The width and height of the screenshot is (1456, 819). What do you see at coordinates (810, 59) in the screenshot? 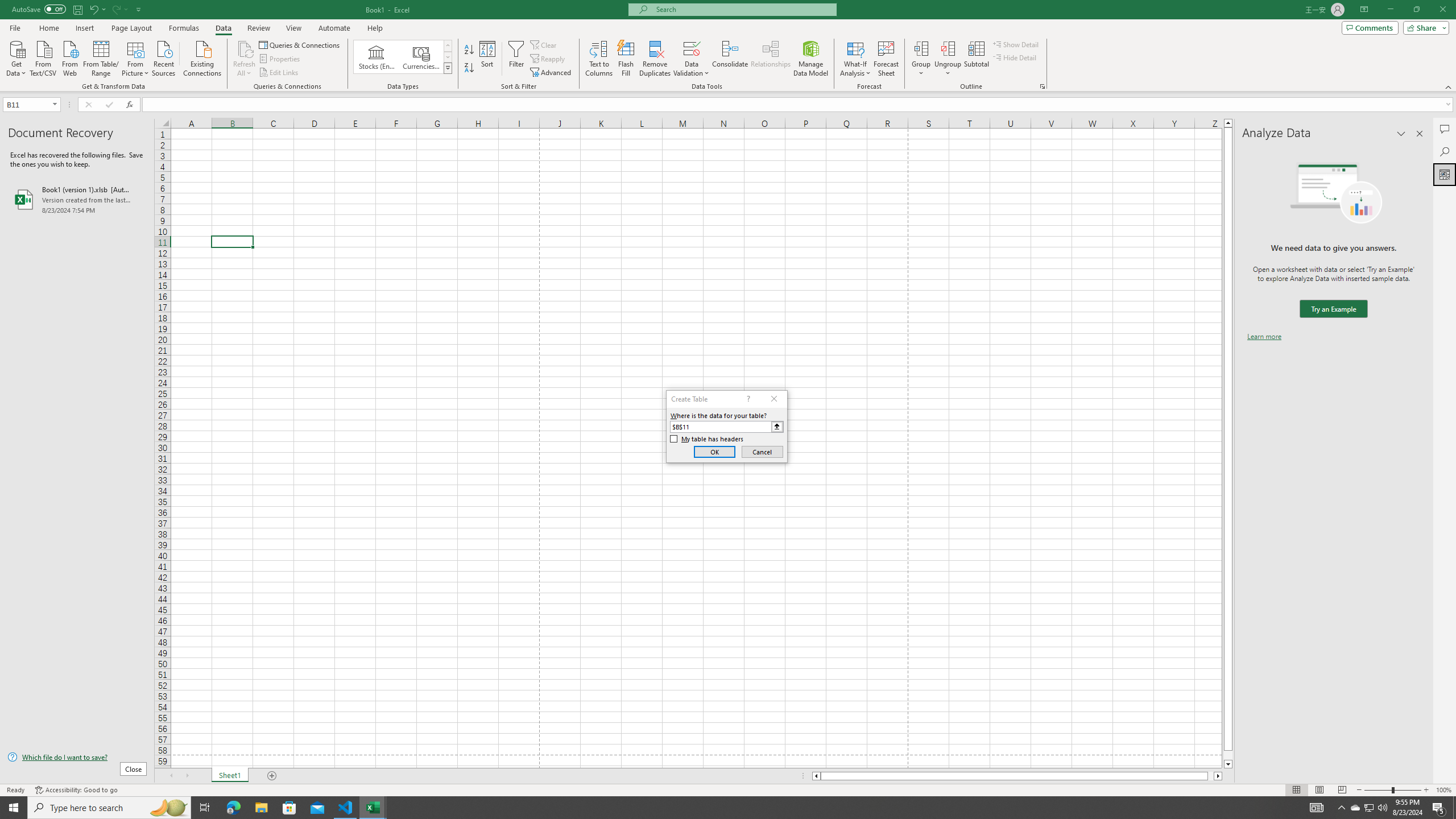
I see `'Manage Data Model'` at bounding box center [810, 59].